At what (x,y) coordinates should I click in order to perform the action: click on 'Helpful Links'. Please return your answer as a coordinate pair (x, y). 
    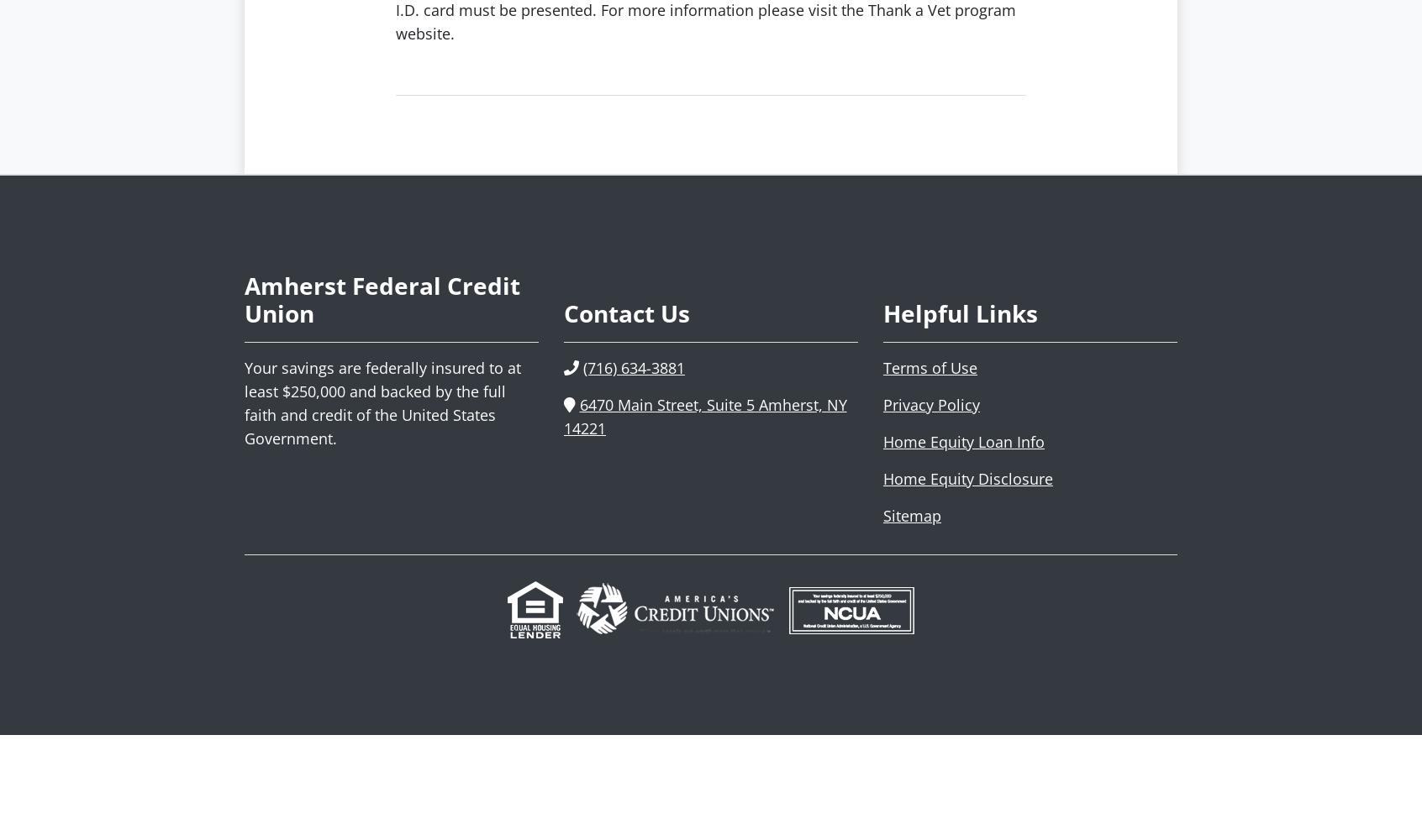
    Looking at the image, I should click on (882, 312).